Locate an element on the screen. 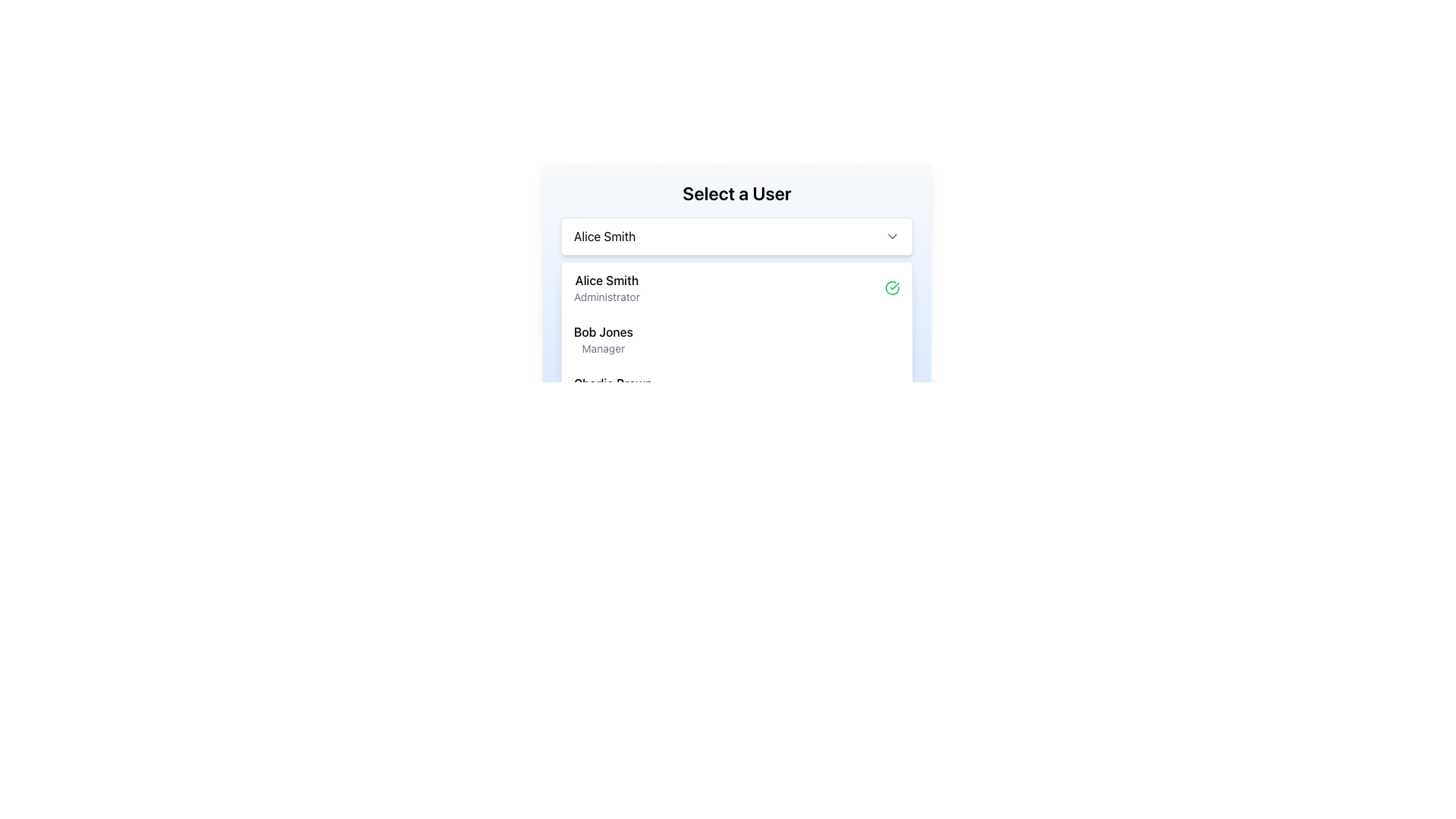 Image resolution: width=1456 pixels, height=819 pixels. the menu item labeled 'Bob Jones' which is the second item in the 'Select a User' dropdown menu is located at coordinates (736, 338).